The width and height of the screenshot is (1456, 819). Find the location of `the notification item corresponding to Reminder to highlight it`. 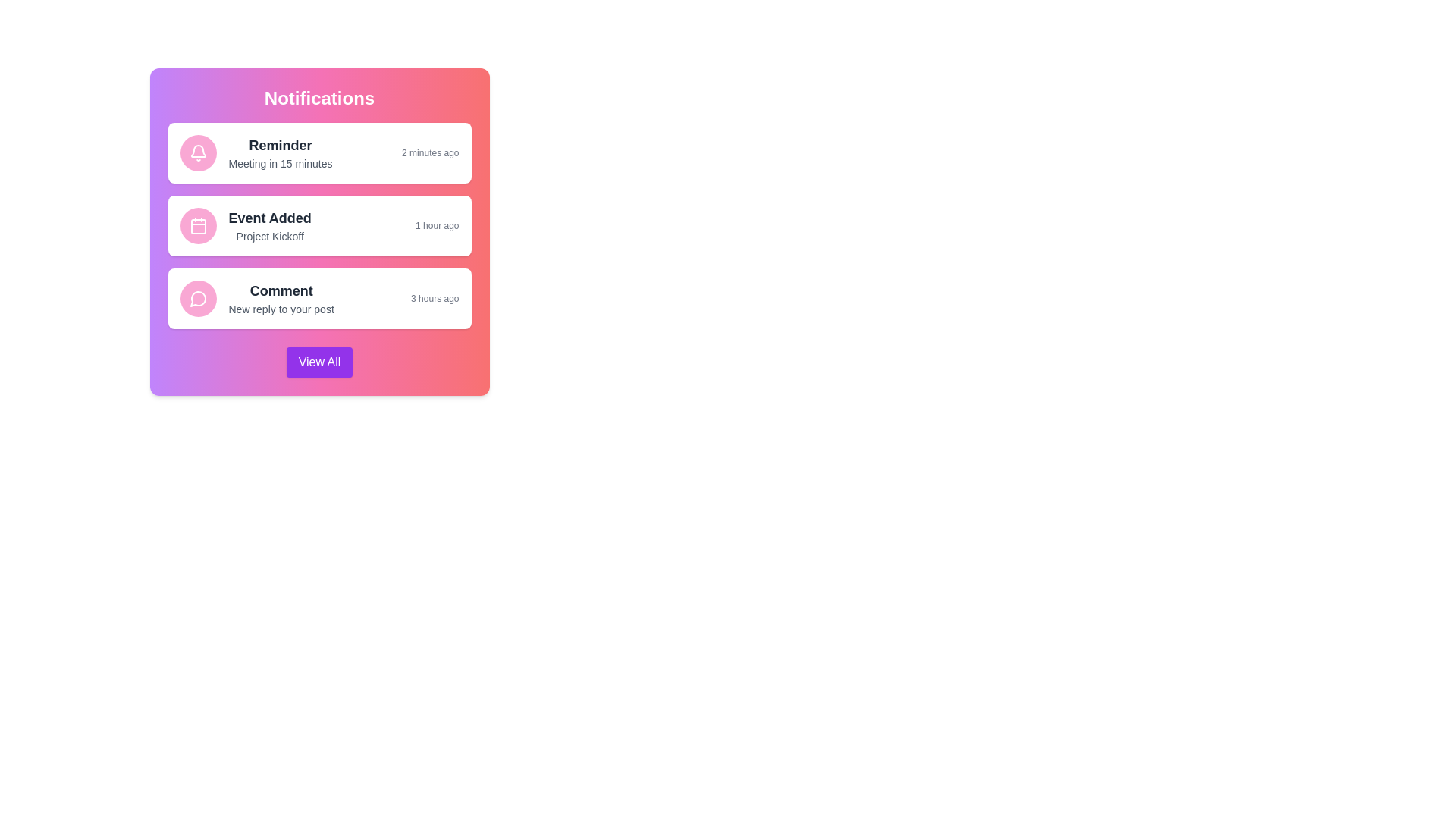

the notification item corresponding to Reminder to highlight it is located at coordinates (318, 152).